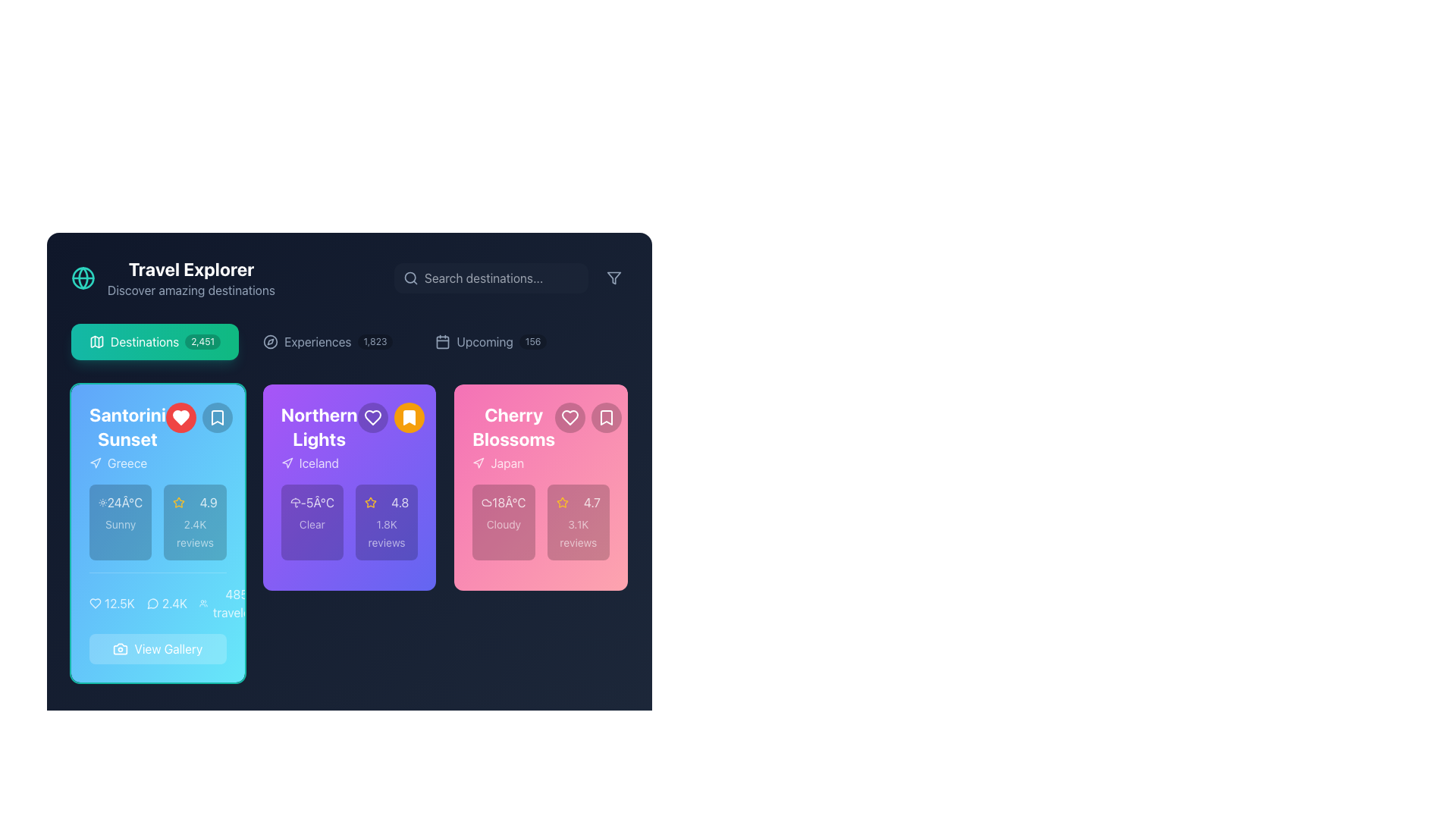 This screenshot has width=1456, height=819. Describe the element at coordinates (152, 602) in the screenshot. I see `the message or review indicator icon resembling a speech bubble, located above the text '2.4K' in the 'Santorini Sunset' card` at that location.